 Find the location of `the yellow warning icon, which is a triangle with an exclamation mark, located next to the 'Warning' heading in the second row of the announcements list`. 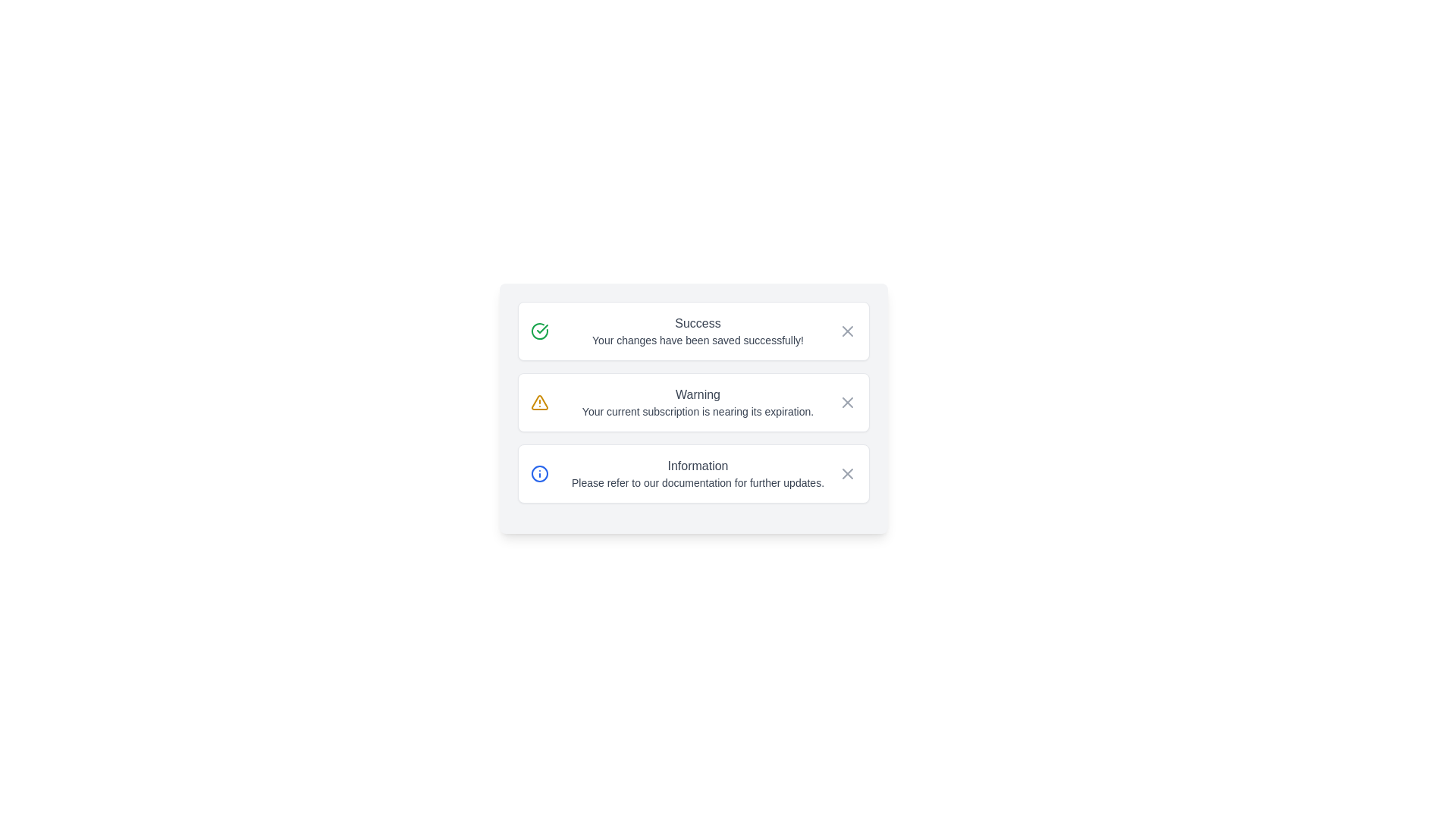

the yellow warning icon, which is a triangle with an exclamation mark, located next to the 'Warning' heading in the second row of the announcements list is located at coordinates (539, 402).